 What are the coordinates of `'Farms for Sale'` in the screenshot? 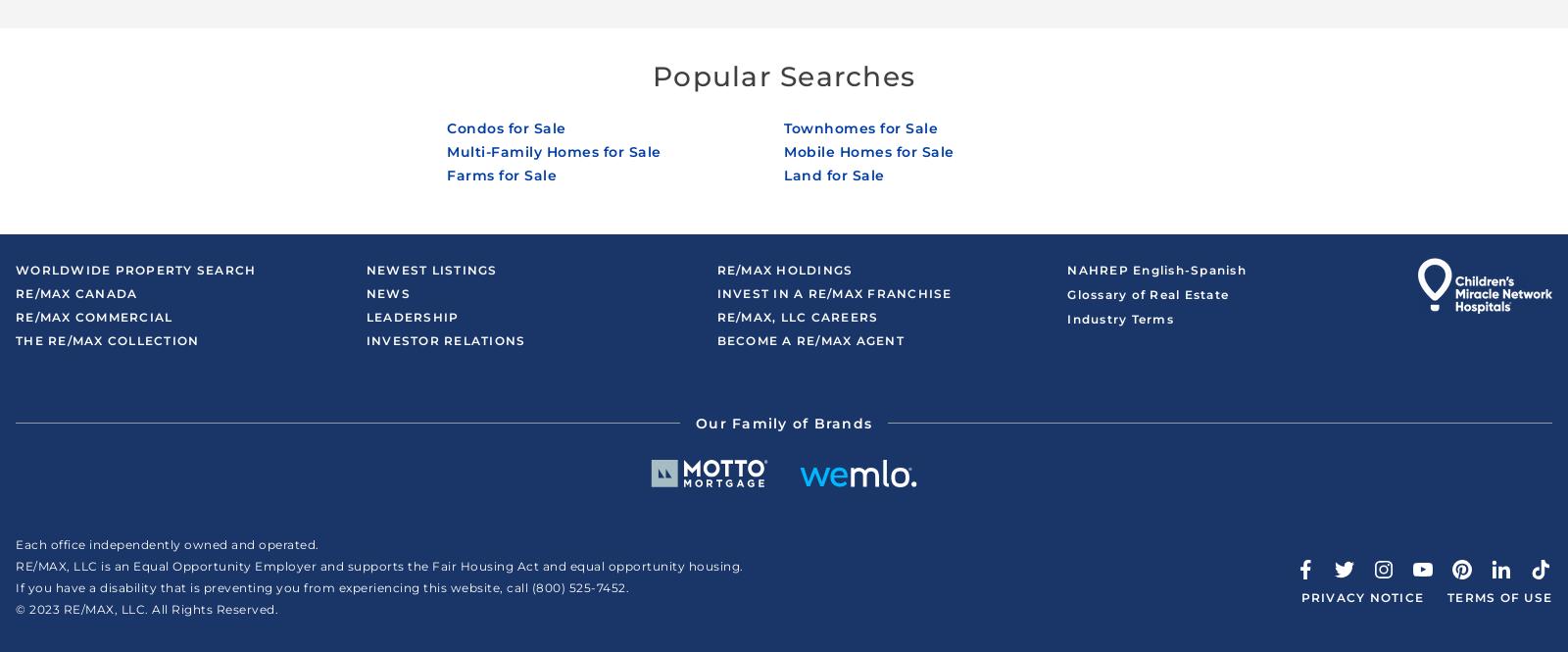 It's located at (501, 175).